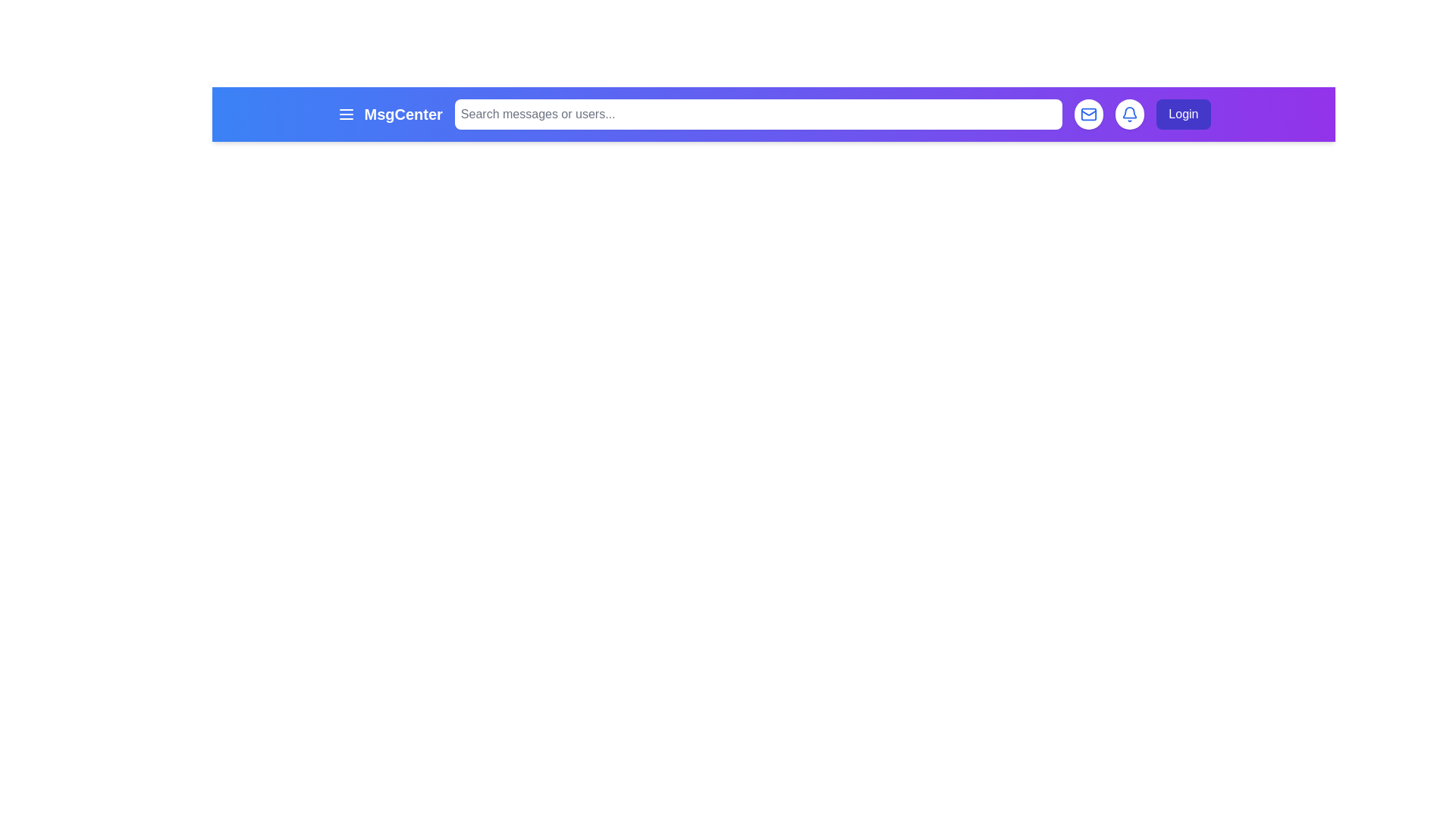 Image resolution: width=1456 pixels, height=819 pixels. Describe the element at coordinates (1088, 113) in the screenshot. I see `the mail button to access messages` at that location.